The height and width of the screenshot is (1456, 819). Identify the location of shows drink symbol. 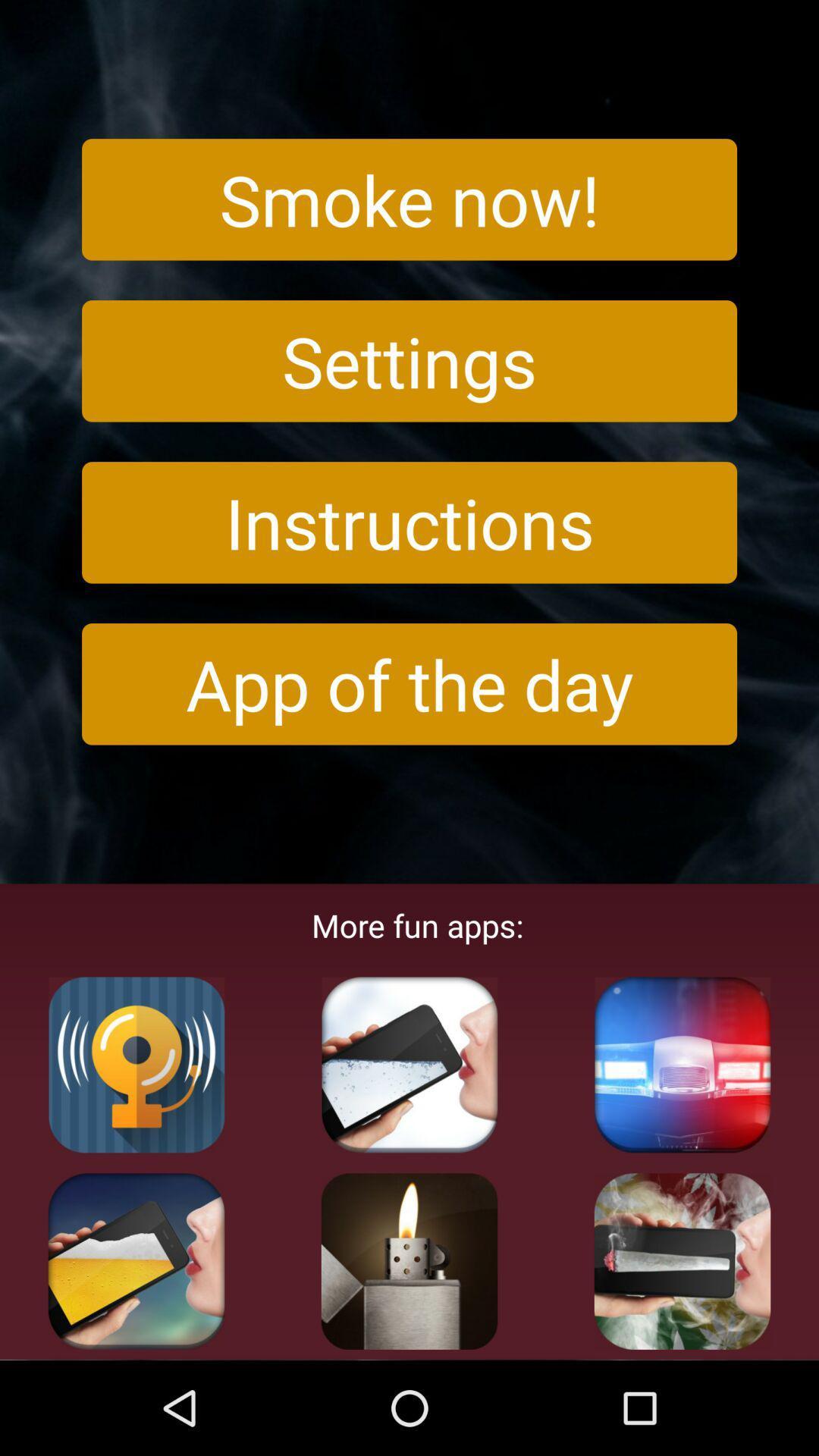
(136, 1261).